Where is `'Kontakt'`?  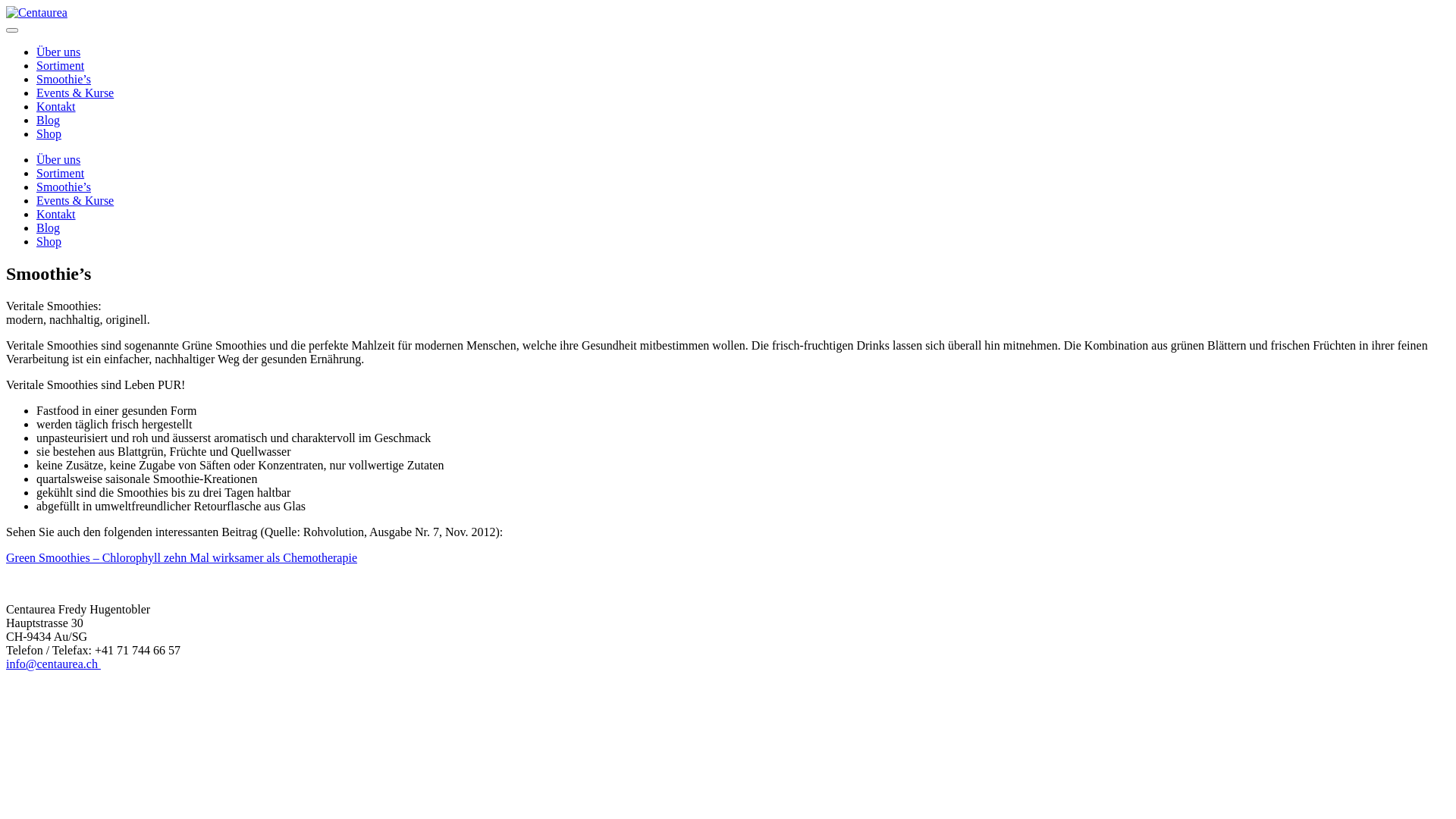
'Kontakt' is located at coordinates (55, 214).